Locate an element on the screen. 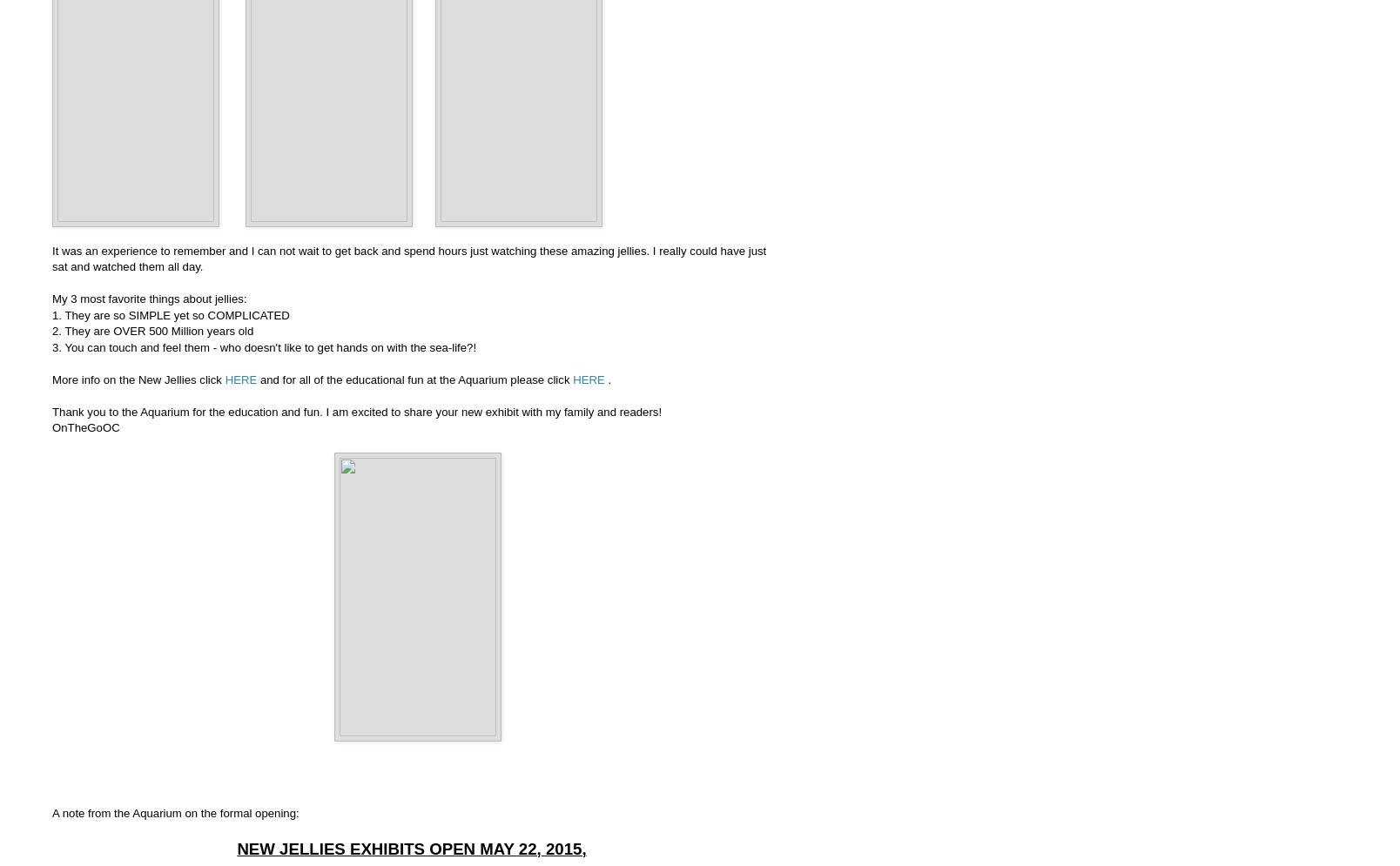 The width and height of the screenshot is (1400, 866). '1. They are so SIMPLE yet so COMPLICATED' is located at coordinates (50, 313).